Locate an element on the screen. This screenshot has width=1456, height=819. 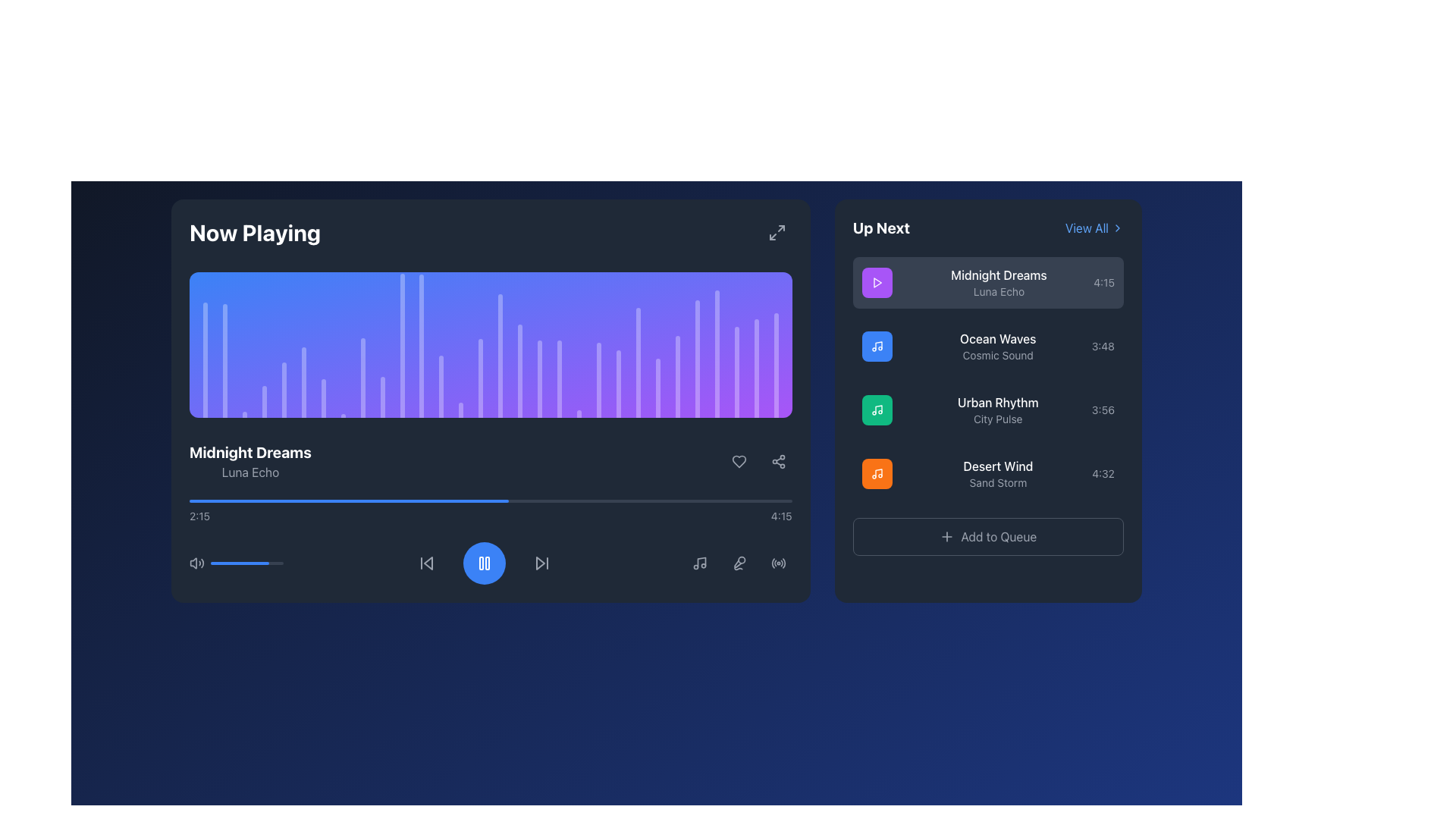
the fourth music track item in the 'Up Next' section is located at coordinates (988, 472).